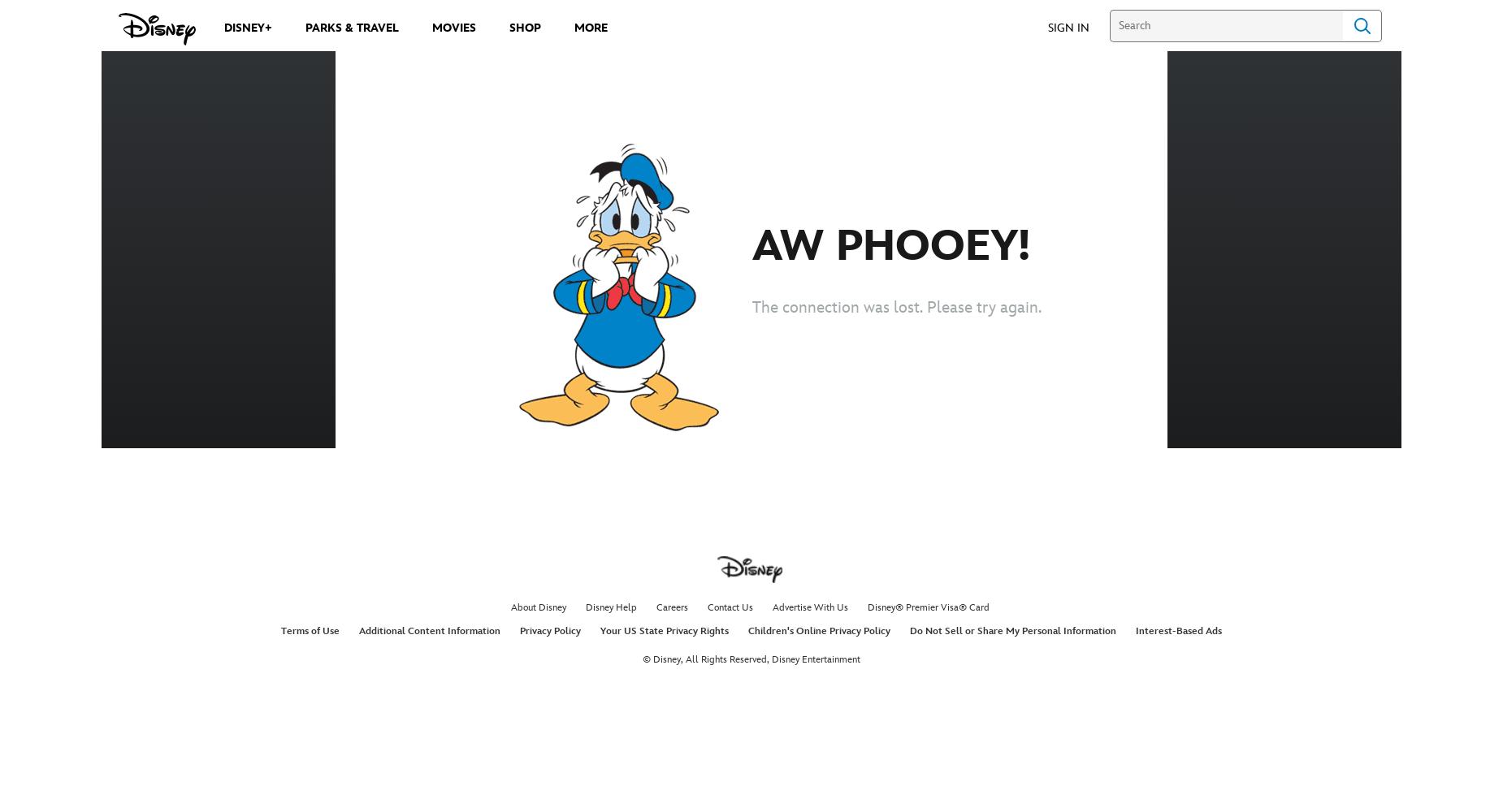 This screenshot has height=812, width=1503. What do you see at coordinates (454, 28) in the screenshot?
I see `'Movies'` at bounding box center [454, 28].